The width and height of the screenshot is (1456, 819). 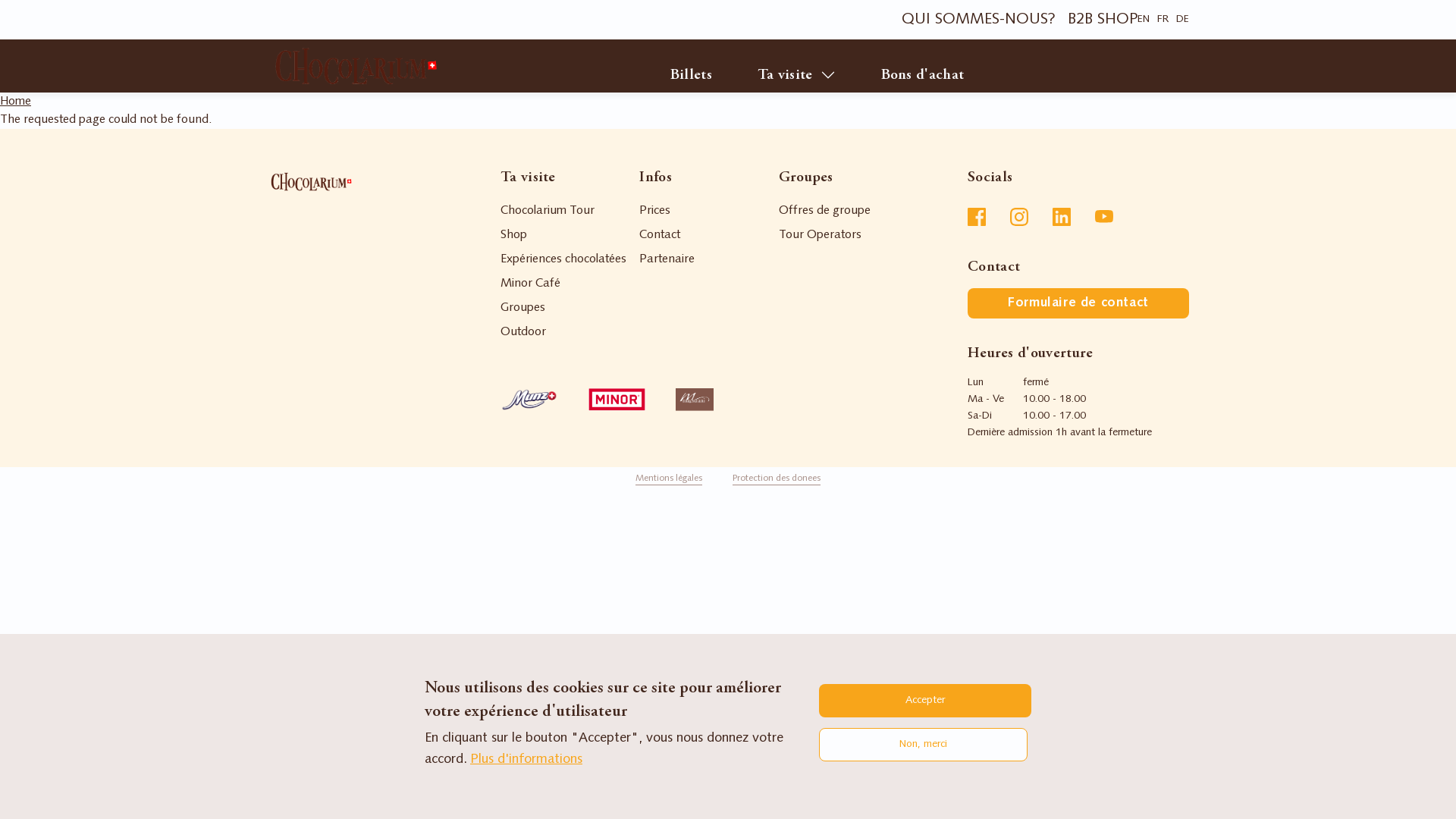 I want to click on 'EN', so click(x=1143, y=20).